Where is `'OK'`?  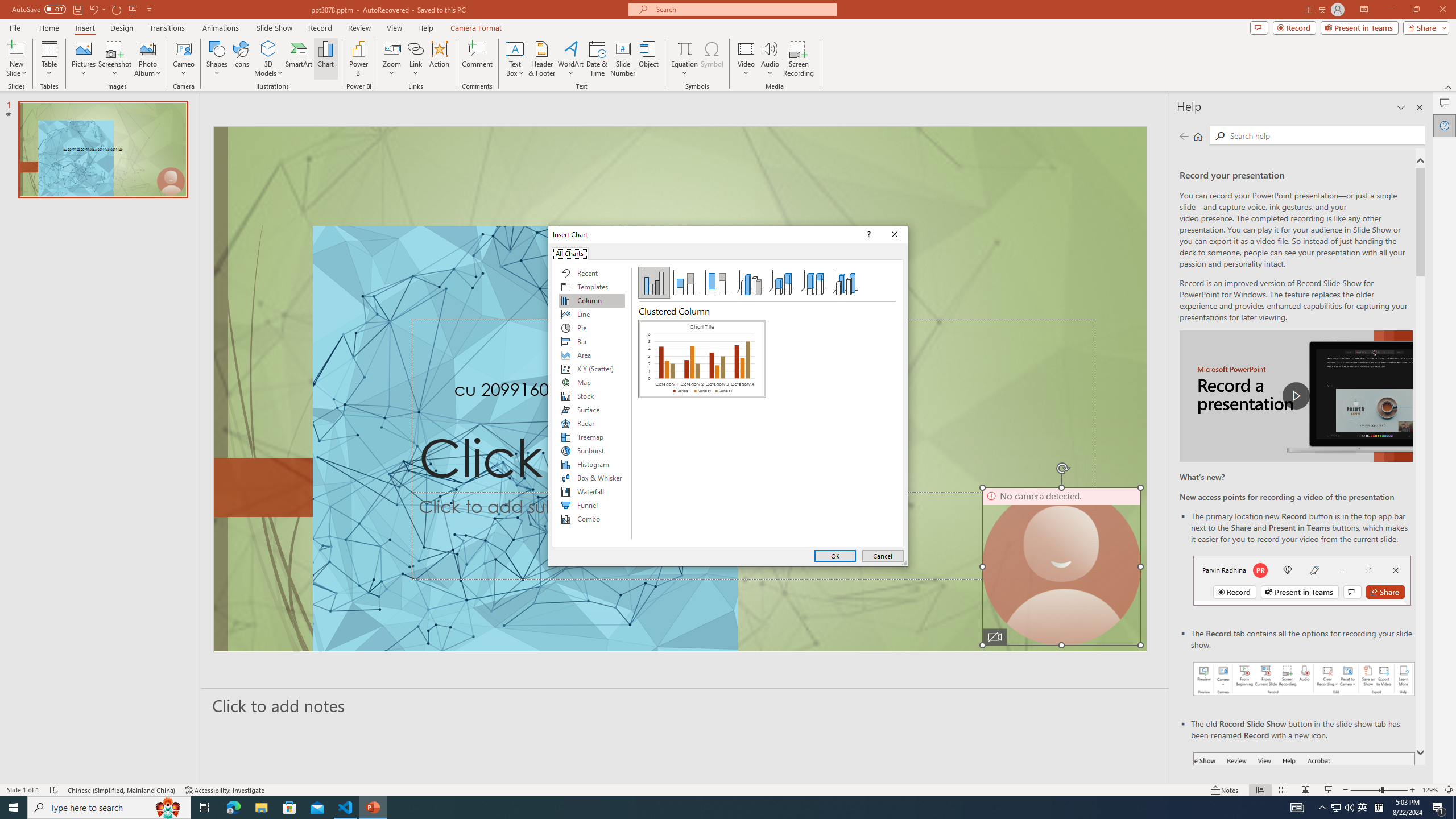 'OK' is located at coordinates (834, 555).